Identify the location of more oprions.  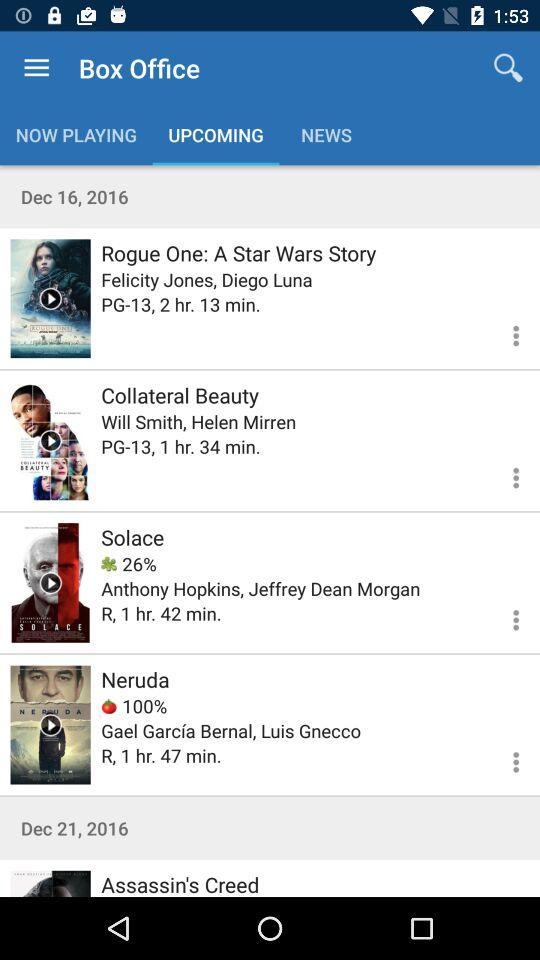
(503, 758).